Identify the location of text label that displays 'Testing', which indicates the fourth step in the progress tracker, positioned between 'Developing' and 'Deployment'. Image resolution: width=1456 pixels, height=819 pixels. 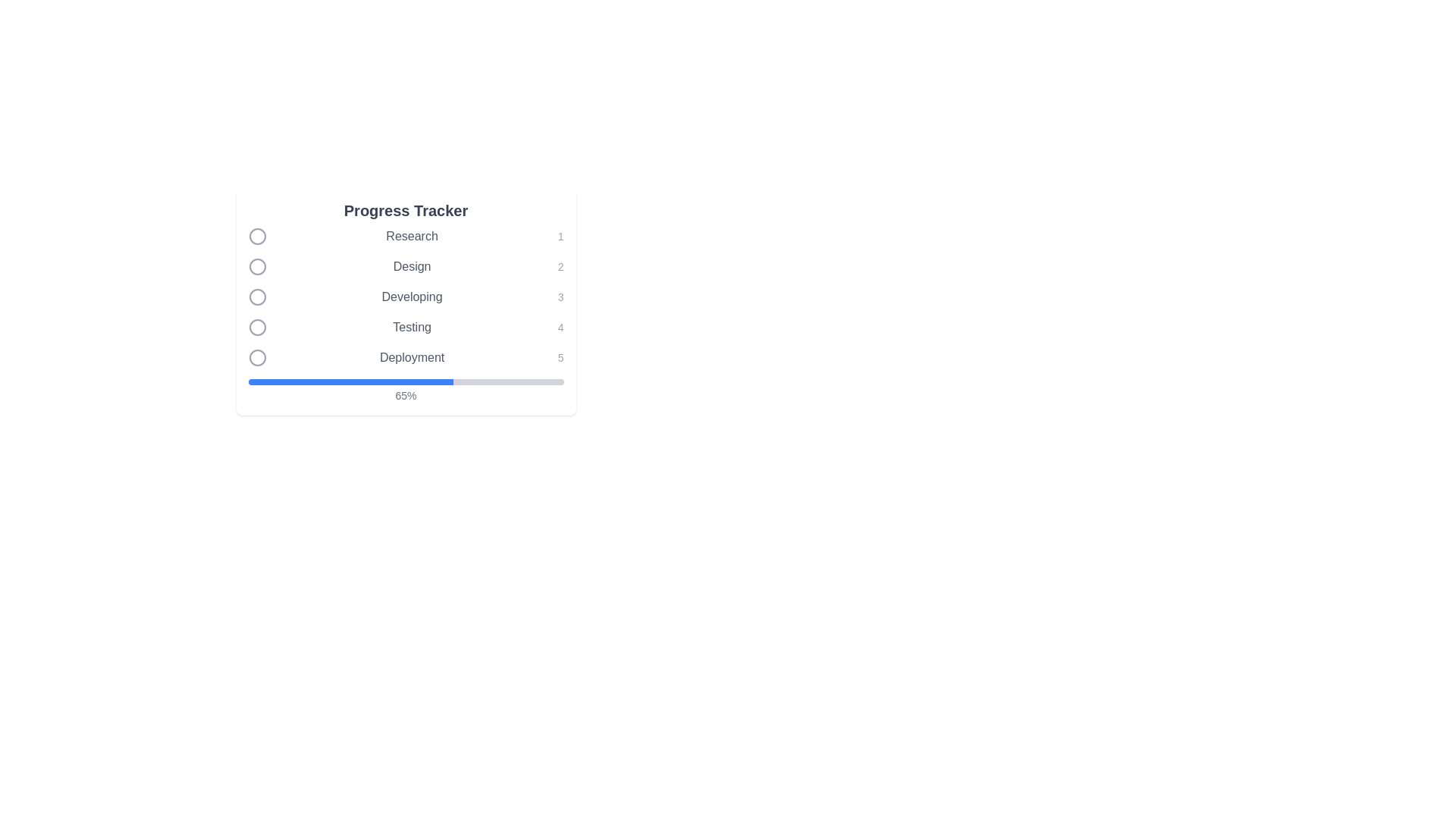
(412, 327).